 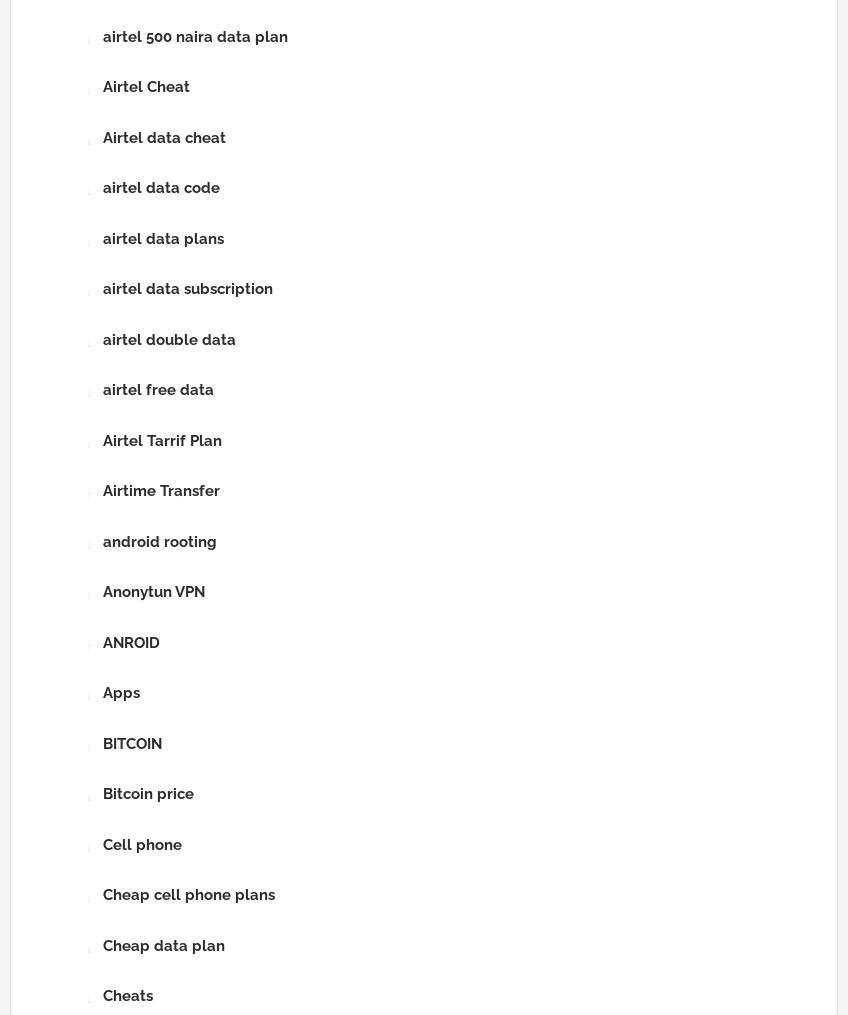 I want to click on 'Airtel Tarrif Plan', so click(x=162, y=439).